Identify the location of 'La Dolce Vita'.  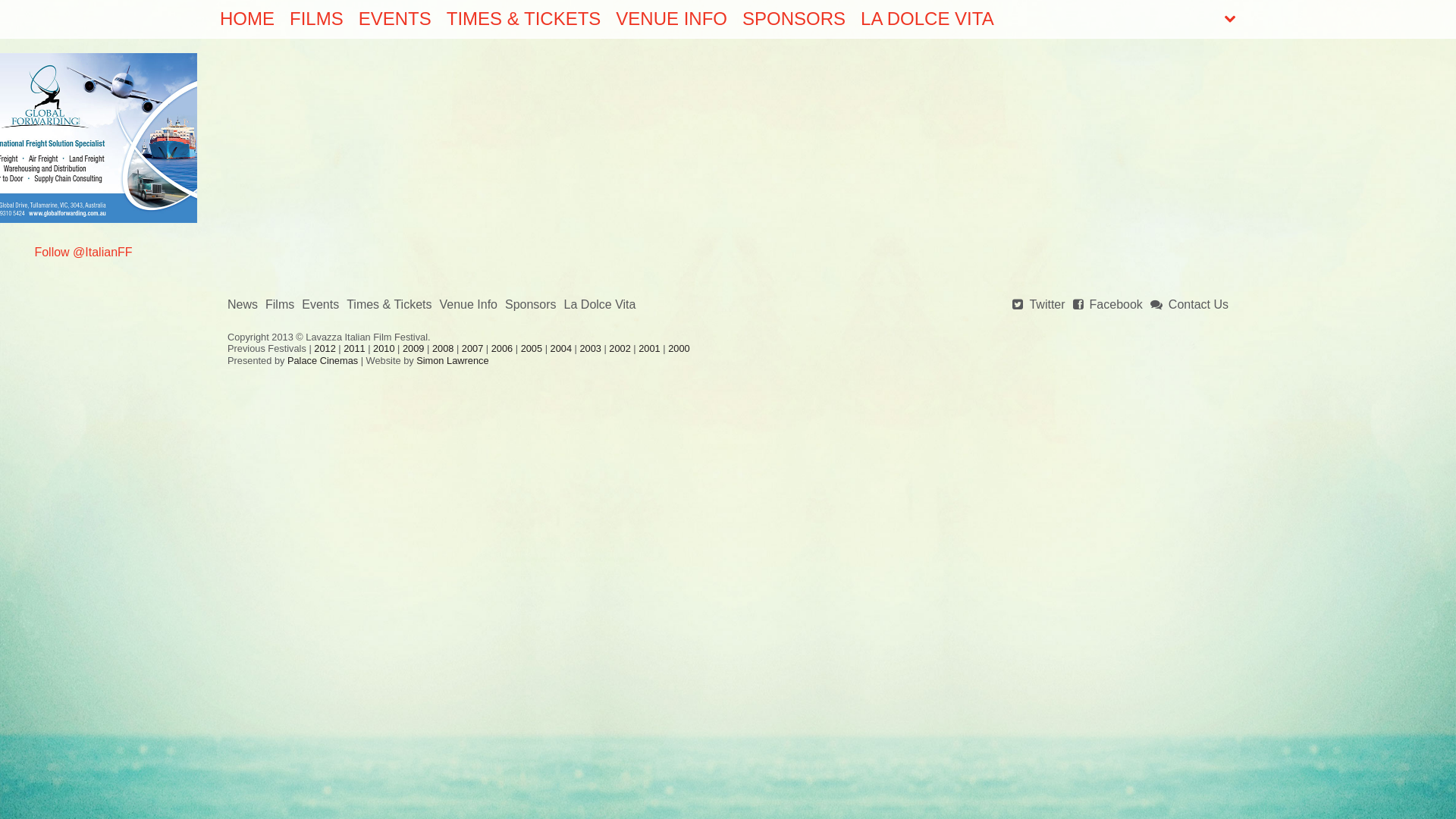
(599, 305).